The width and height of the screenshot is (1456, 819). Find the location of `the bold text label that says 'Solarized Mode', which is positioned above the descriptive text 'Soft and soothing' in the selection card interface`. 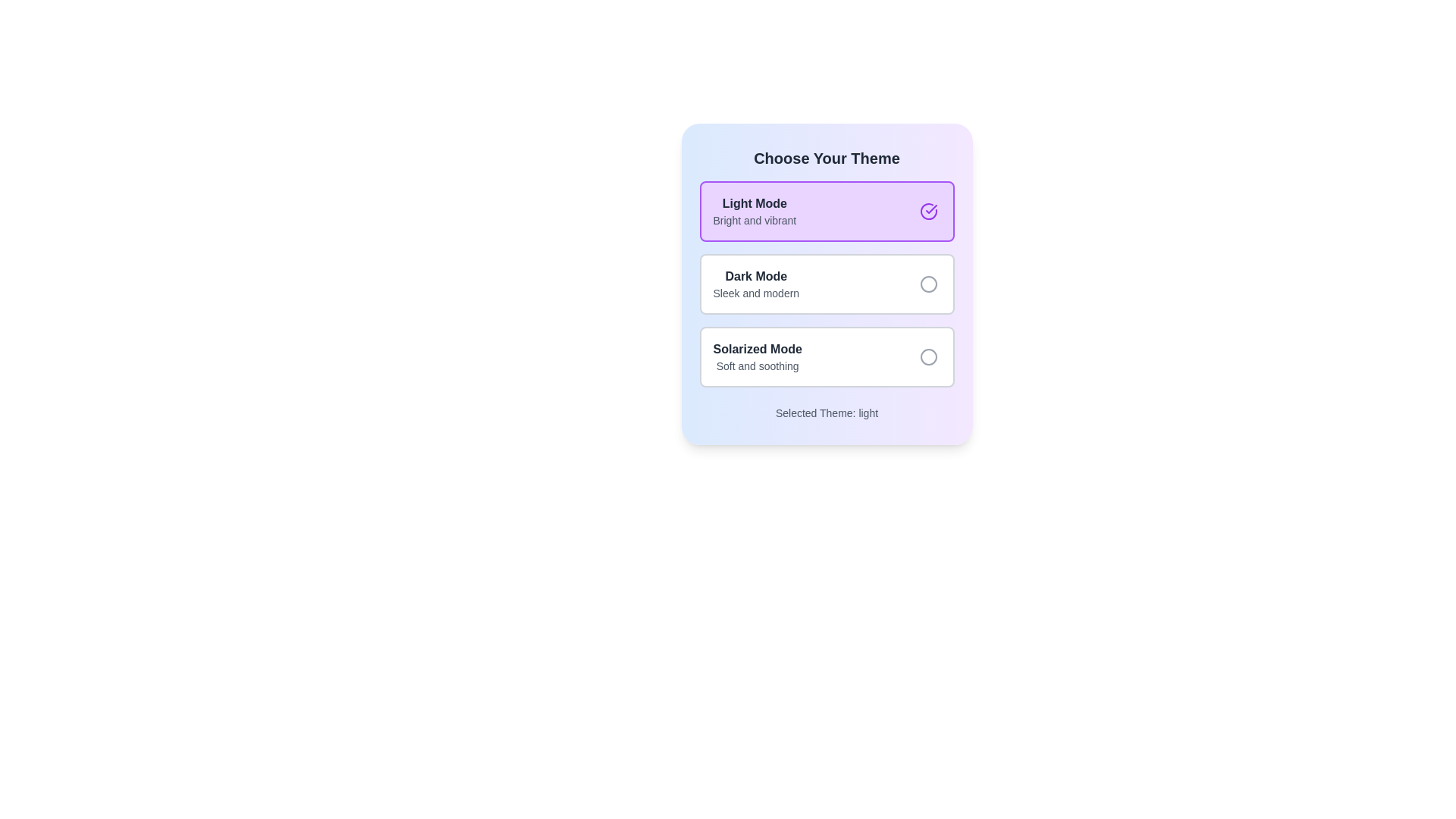

the bold text label that says 'Solarized Mode', which is positioned above the descriptive text 'Soft and soothing' in the selection card interface is located at coordinates (758, 350).